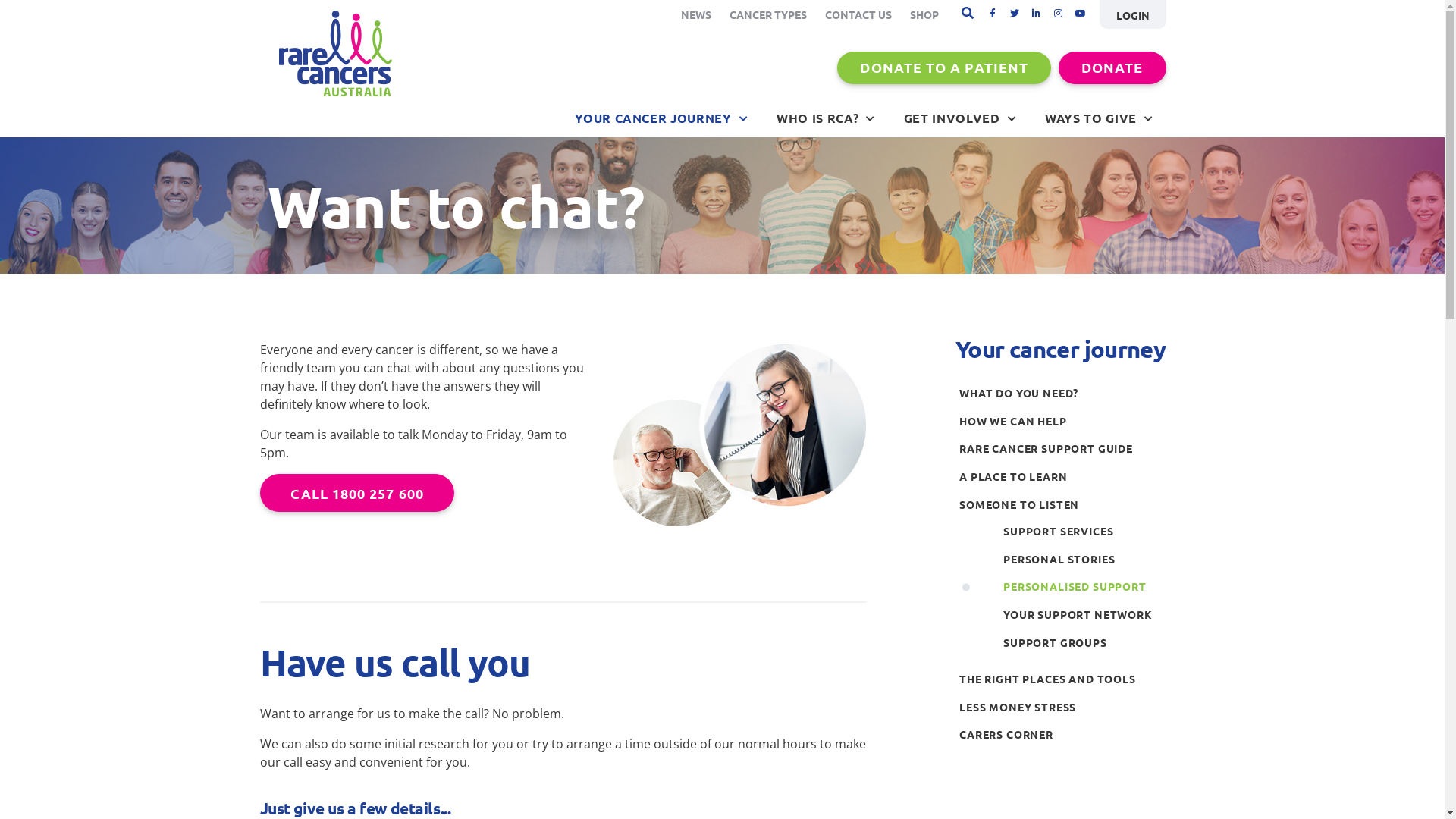 This screenshot has height=819, width=1456. I want to click on 'SUPPORT SERVICES', so click(1087, 530).